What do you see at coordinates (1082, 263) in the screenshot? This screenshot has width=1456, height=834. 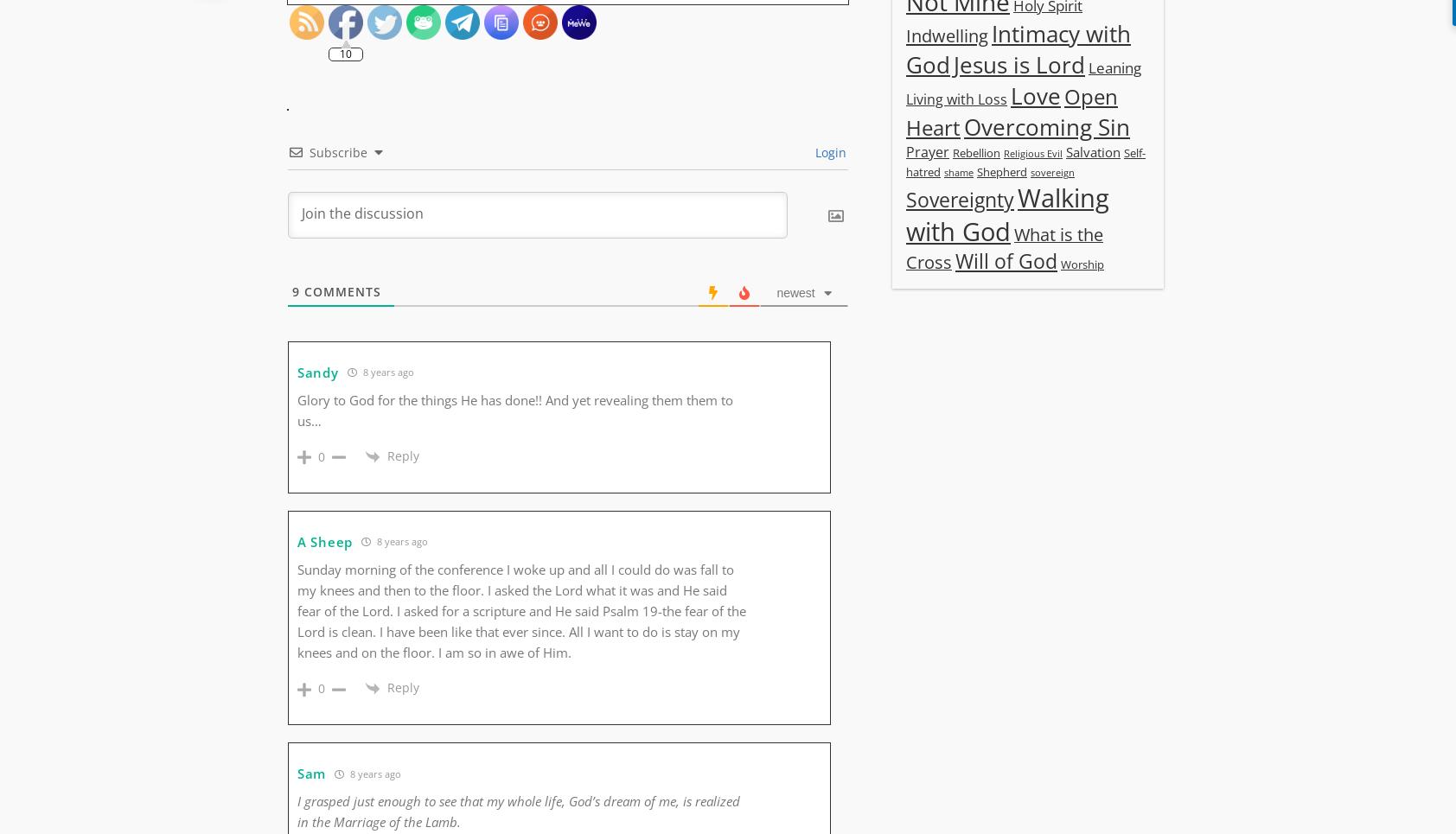 I see `'Worship'` at bounding box center [1082, 263].